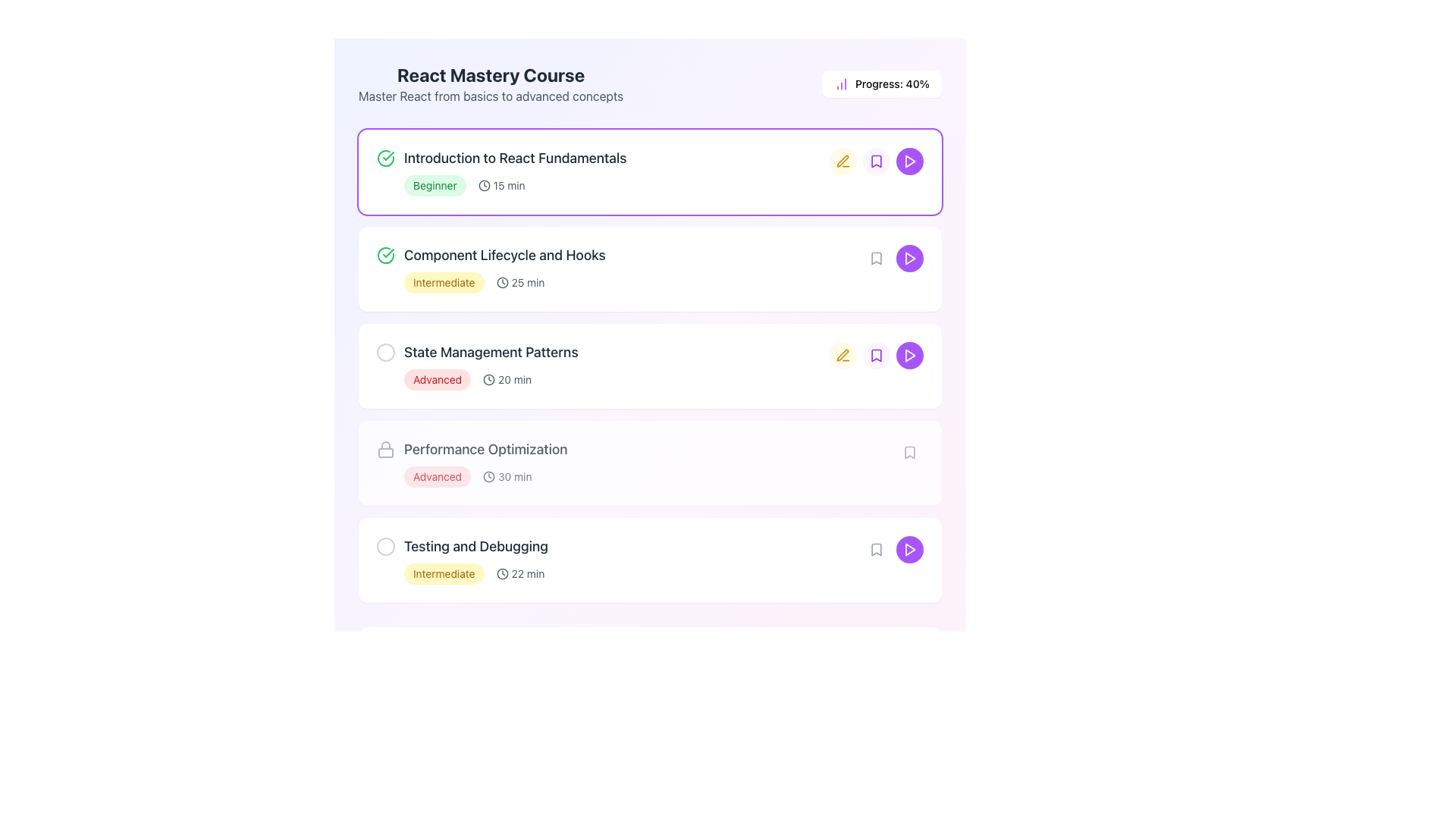 The height and width of the screenshot is (819, 1456). What do you see at coordinates (491, 96) in the screenshot?
I see `text label that serves as a description for the 'React Mastery Course', positioned immediately below the main title` at bounding box center [491, 96].